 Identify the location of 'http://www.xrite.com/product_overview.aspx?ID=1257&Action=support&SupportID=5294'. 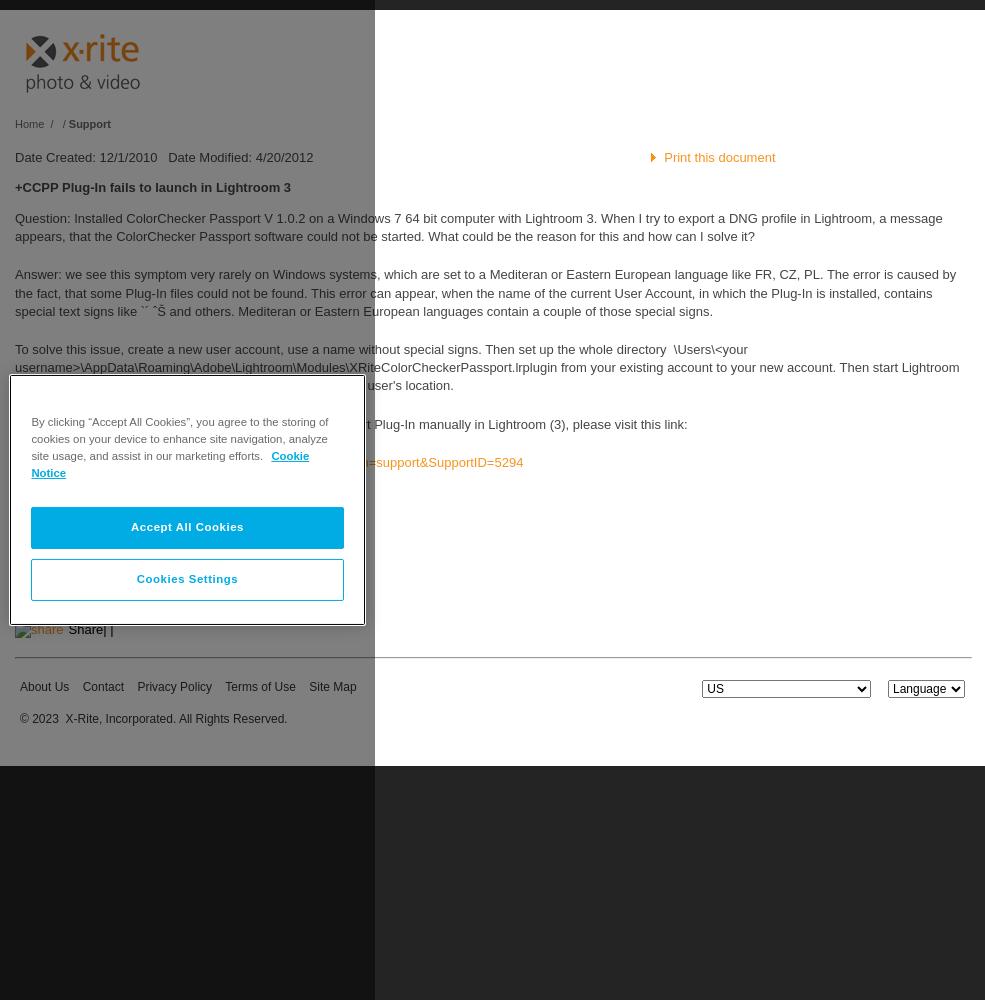
(268, 460).